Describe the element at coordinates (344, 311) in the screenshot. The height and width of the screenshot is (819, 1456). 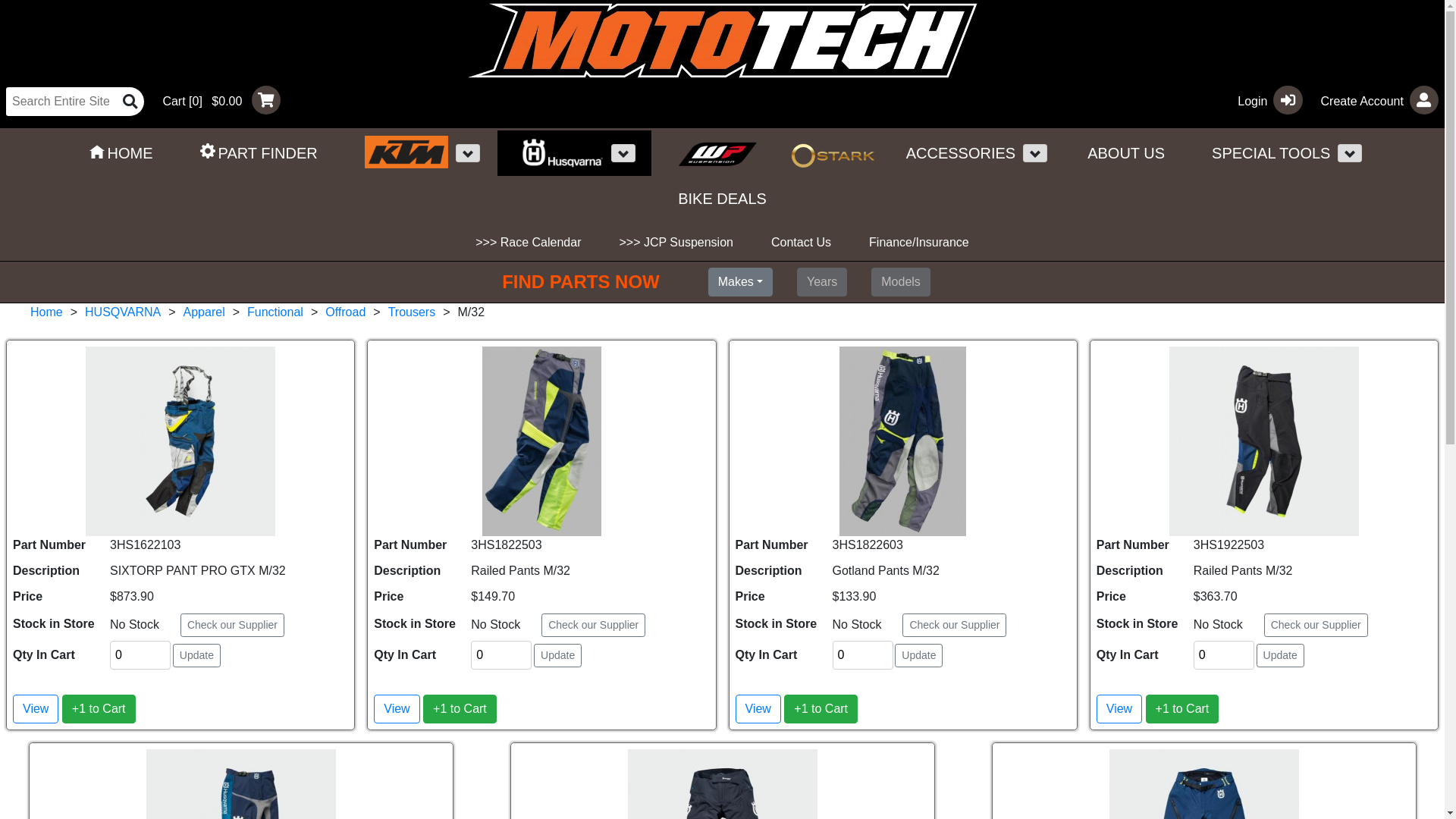
I see `'Offroad'` at that location.